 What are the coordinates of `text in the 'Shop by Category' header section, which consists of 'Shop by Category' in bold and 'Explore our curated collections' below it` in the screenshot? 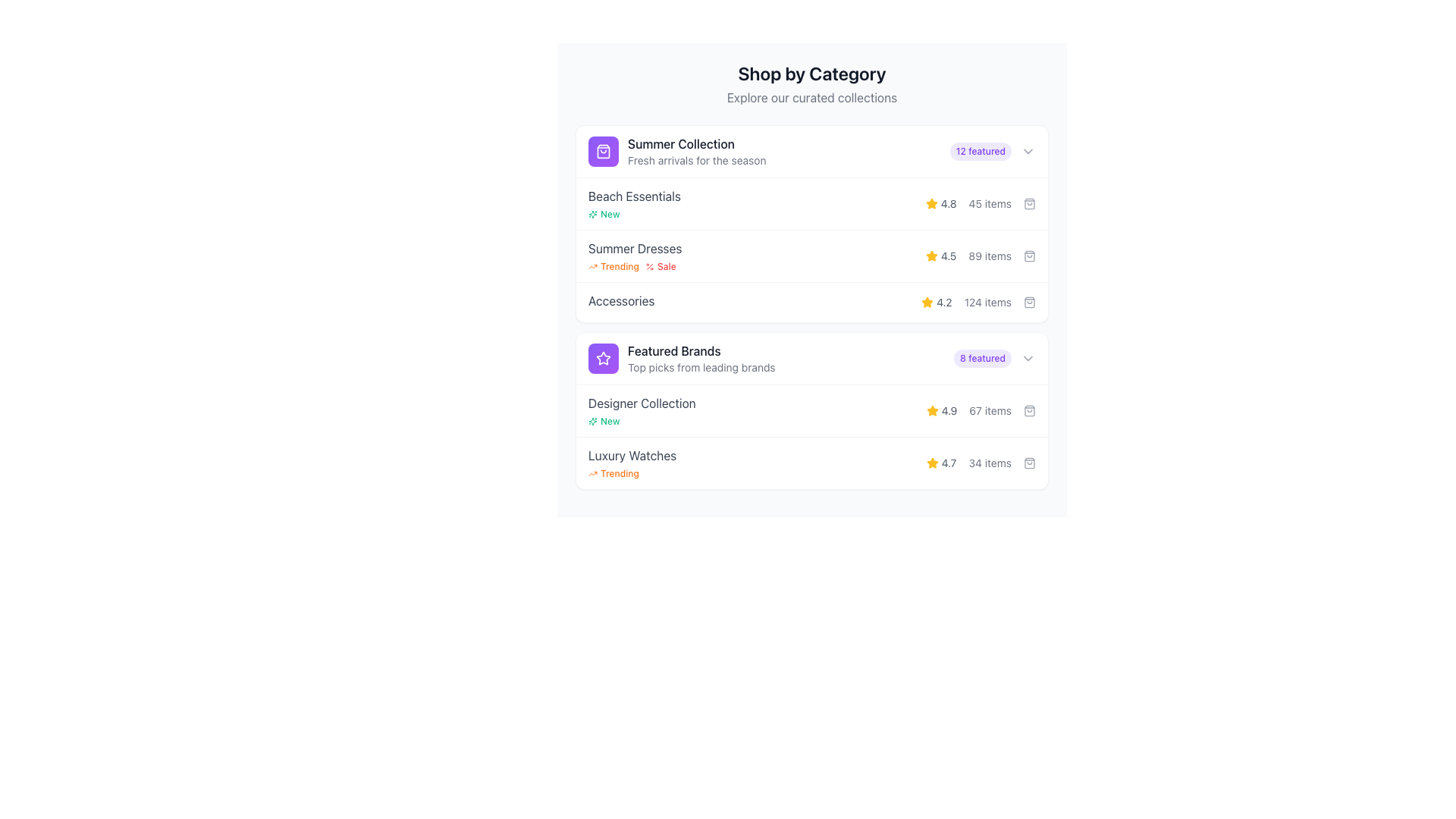 It's located at (811, 84).